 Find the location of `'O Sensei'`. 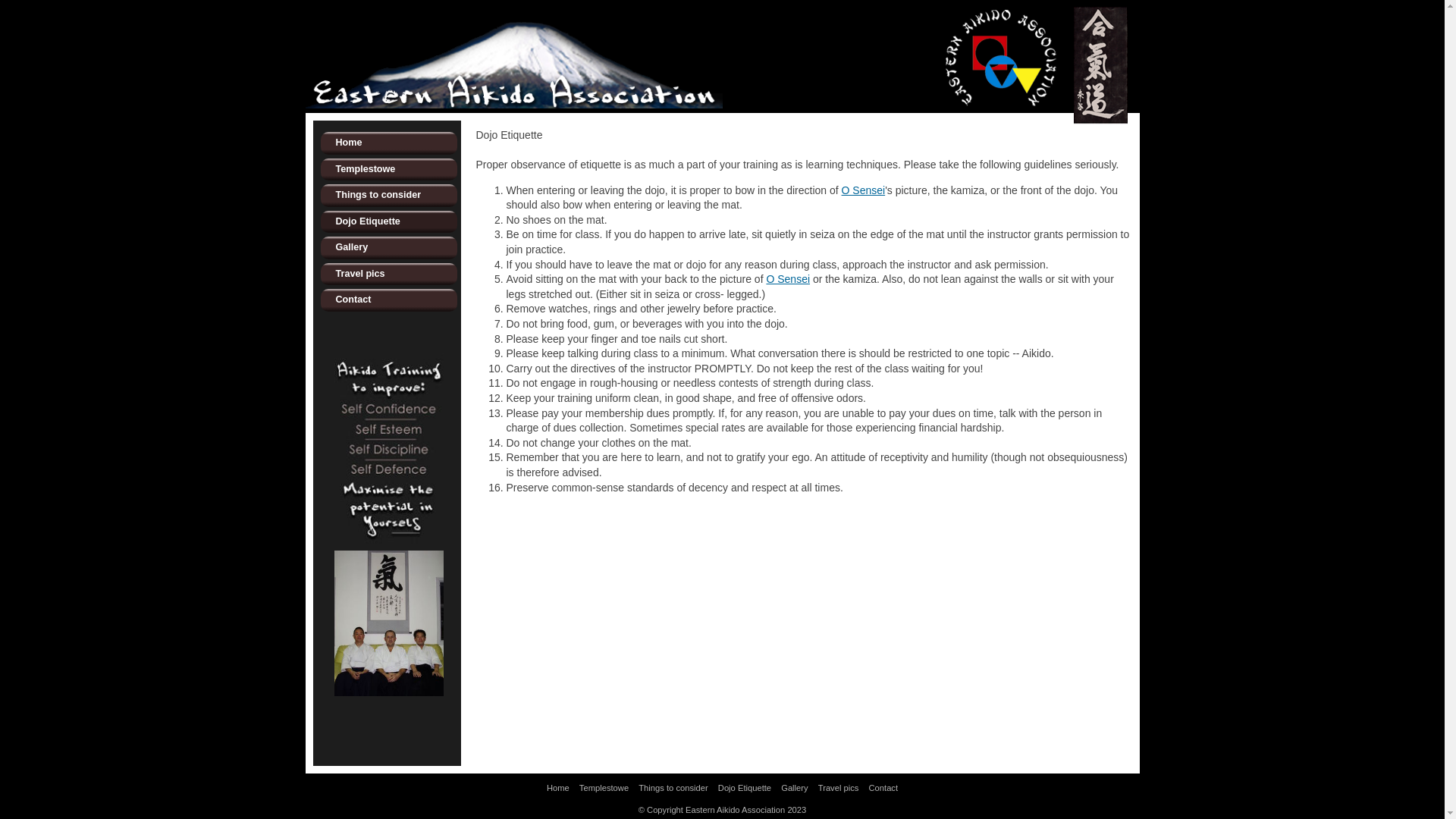

'O Sensei' is located at coordinates (863, 189).